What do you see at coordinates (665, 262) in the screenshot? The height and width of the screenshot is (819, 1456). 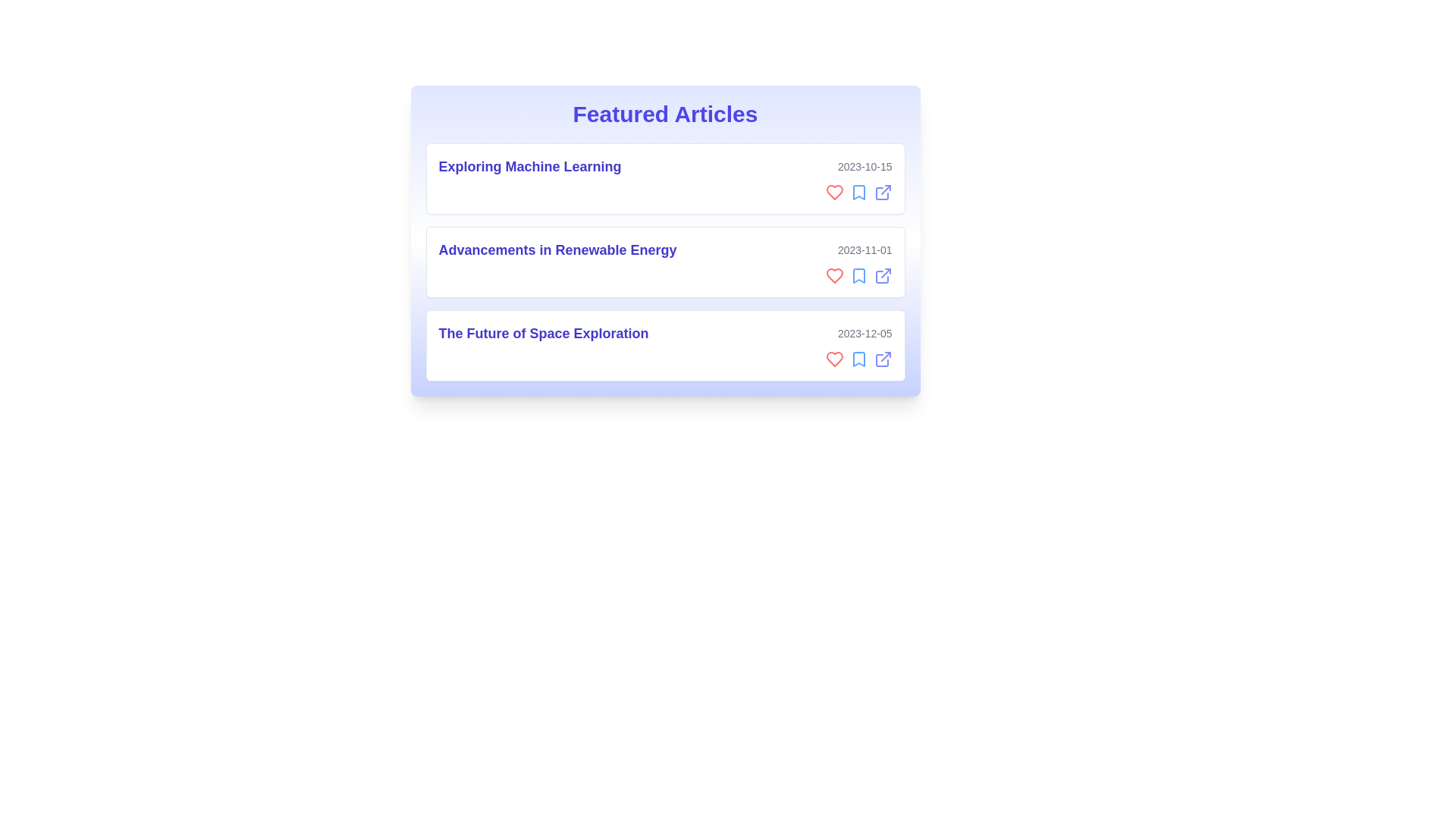 I see `the article titled Advancements in Renewable Energy` at bounding box center [665, 262].